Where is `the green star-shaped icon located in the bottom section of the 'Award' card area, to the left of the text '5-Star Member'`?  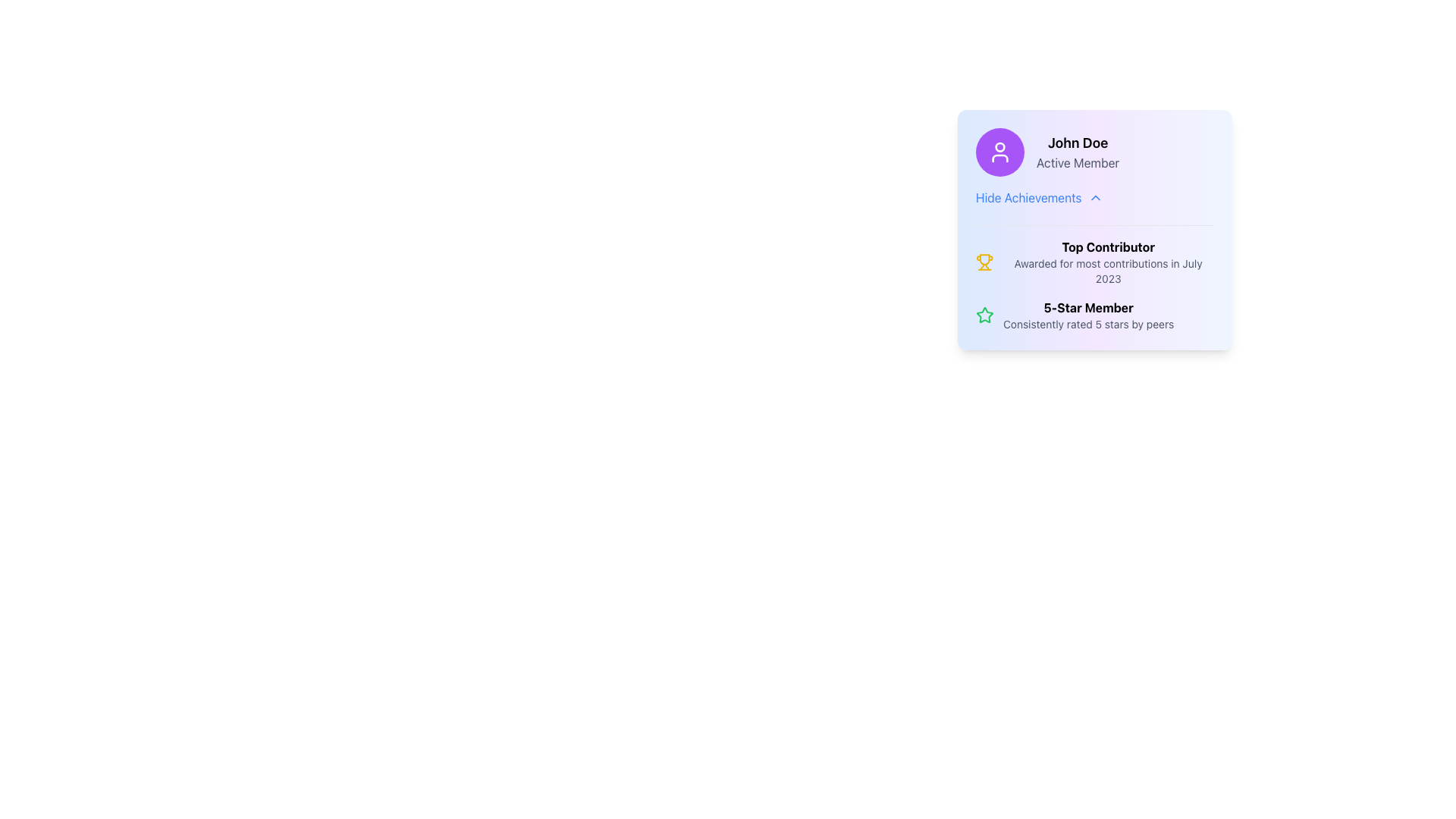 the green star-shaped icon located in the bottom section of the 'Award' card area, to the left of the text '5-Star Member' is located at coordinates (985, 315).